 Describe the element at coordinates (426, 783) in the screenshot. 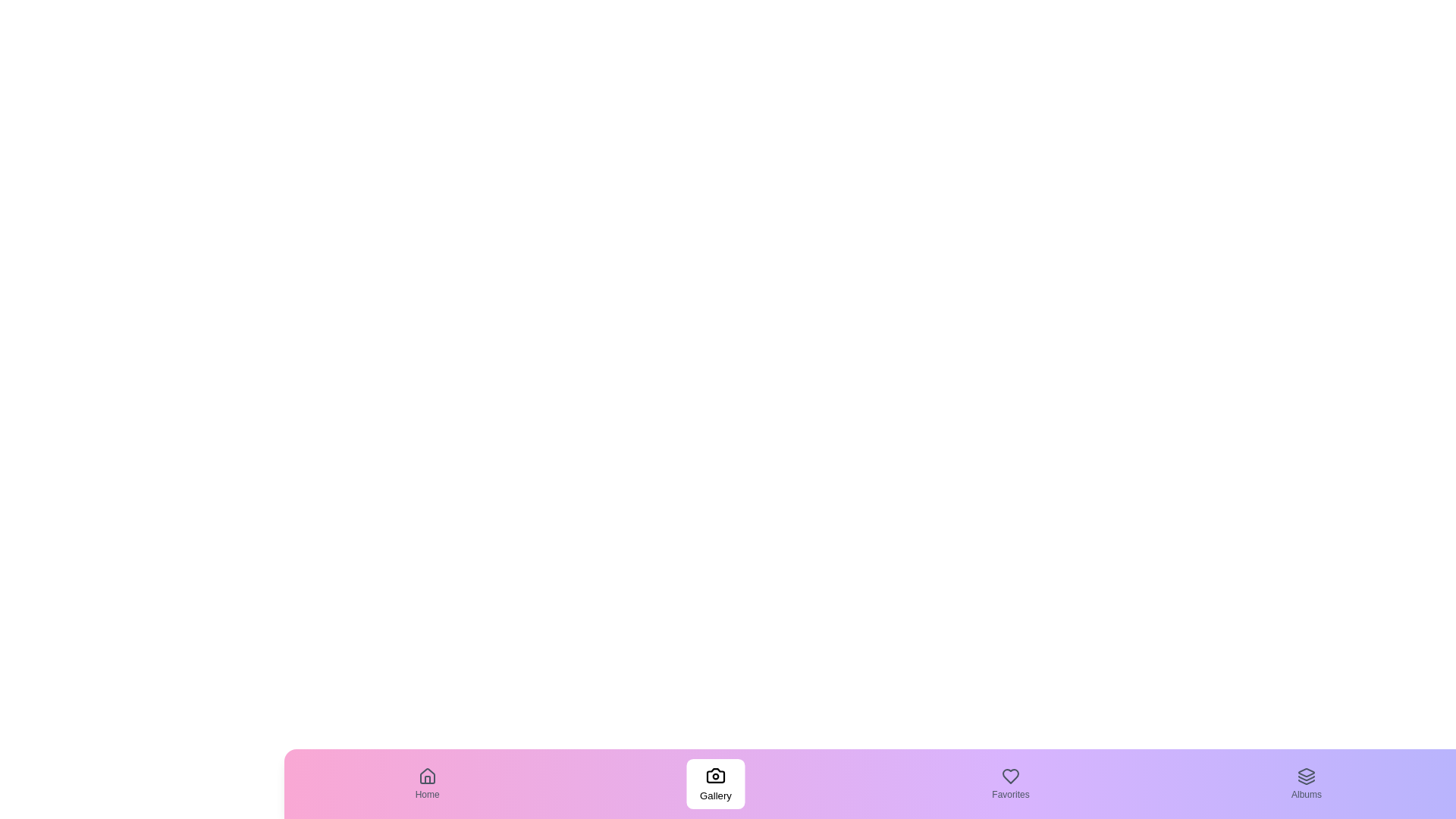

I see `the home tab in the navigation bar` at that location.